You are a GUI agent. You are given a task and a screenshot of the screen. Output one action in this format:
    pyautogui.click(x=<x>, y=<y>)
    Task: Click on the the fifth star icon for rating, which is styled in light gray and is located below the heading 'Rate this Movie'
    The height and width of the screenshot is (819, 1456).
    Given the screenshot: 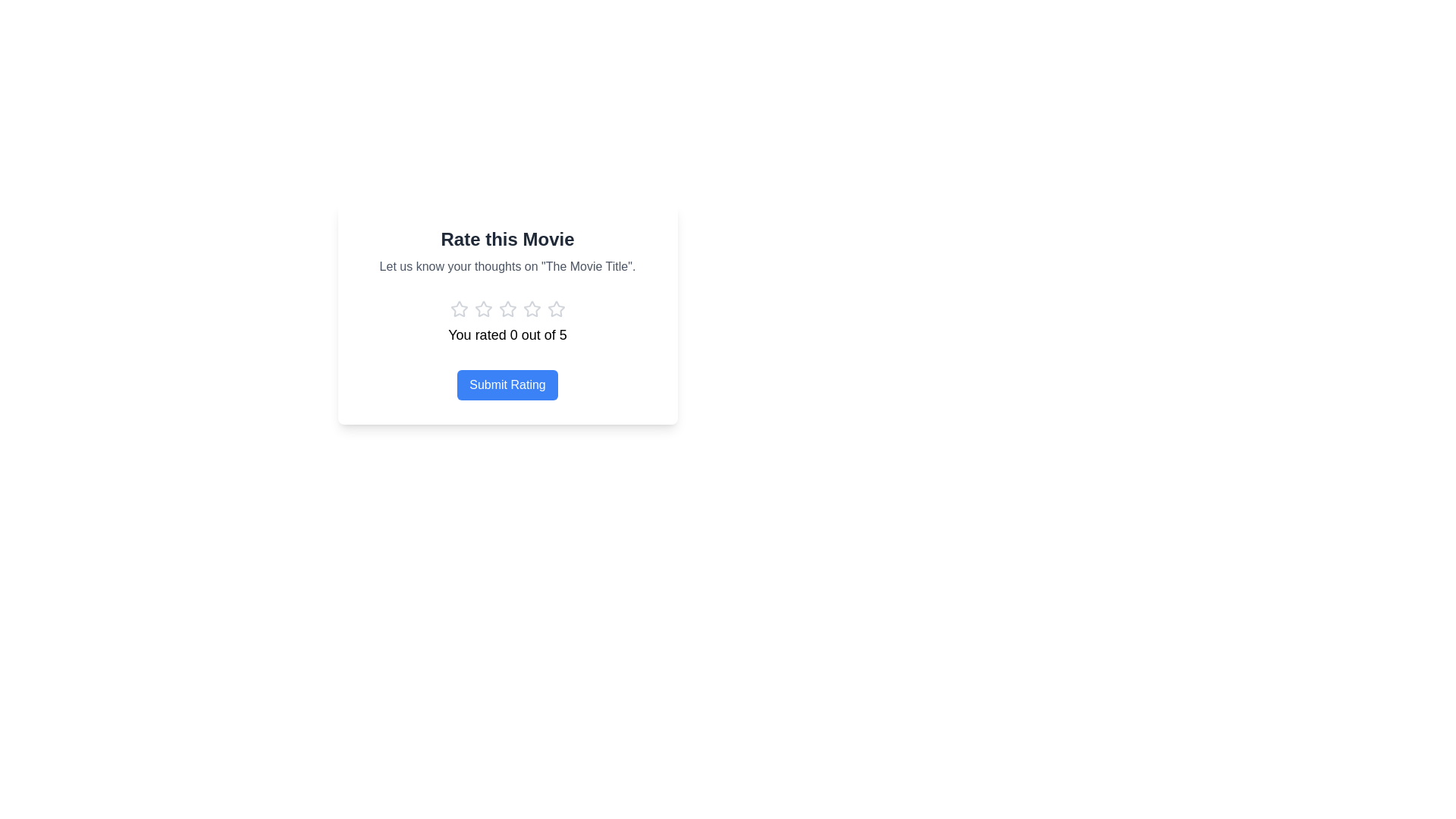 What is the action you would take?
    pyautogui.click(x=555, y=309)
    